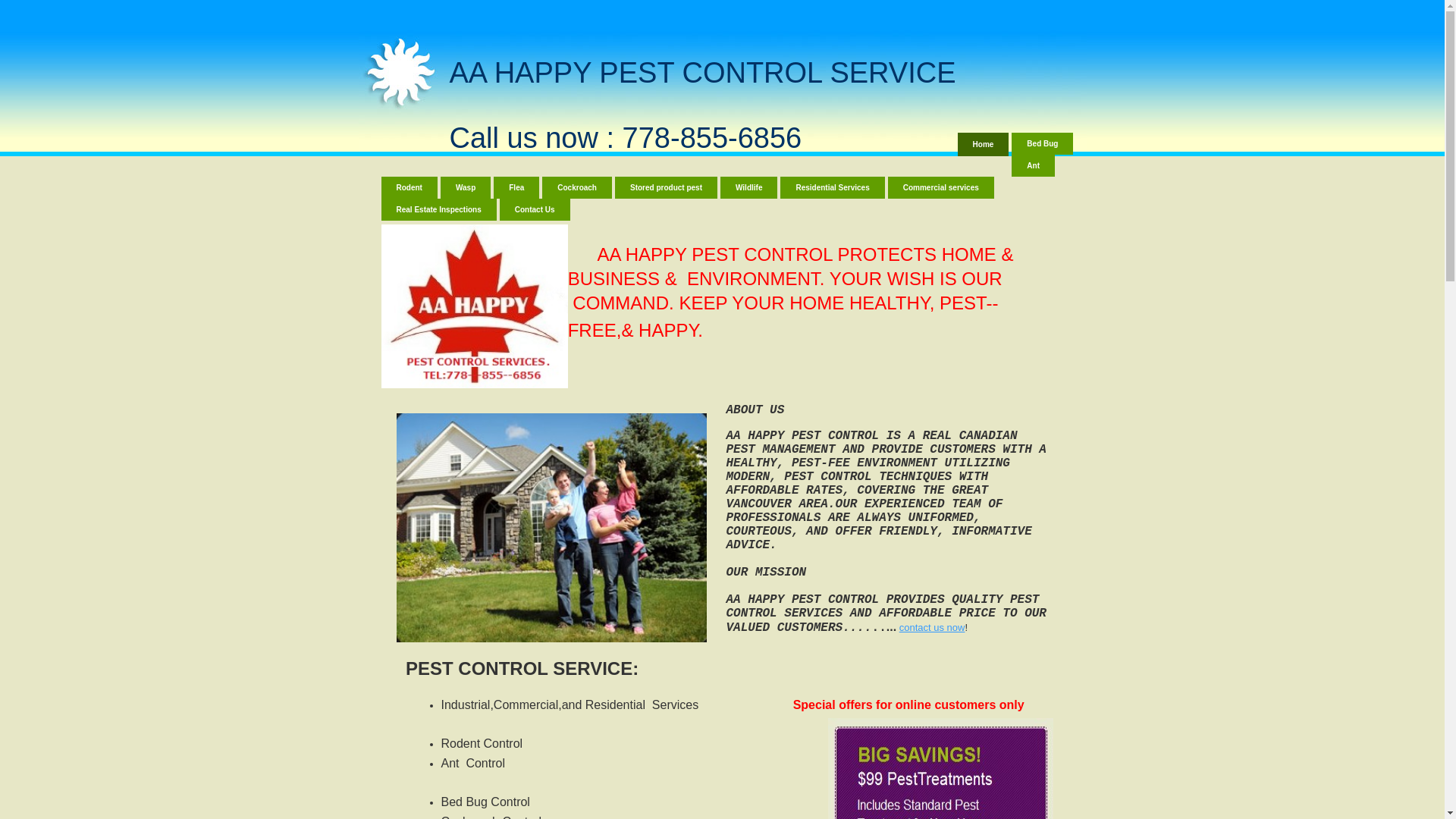 This screenshot has width=1456, height=819. What do you see at coordinates (701, 104) in the screenshot?
I see `'AA HAPPY PEST CONTROL SERVICE` at bounding box center [701, 104].